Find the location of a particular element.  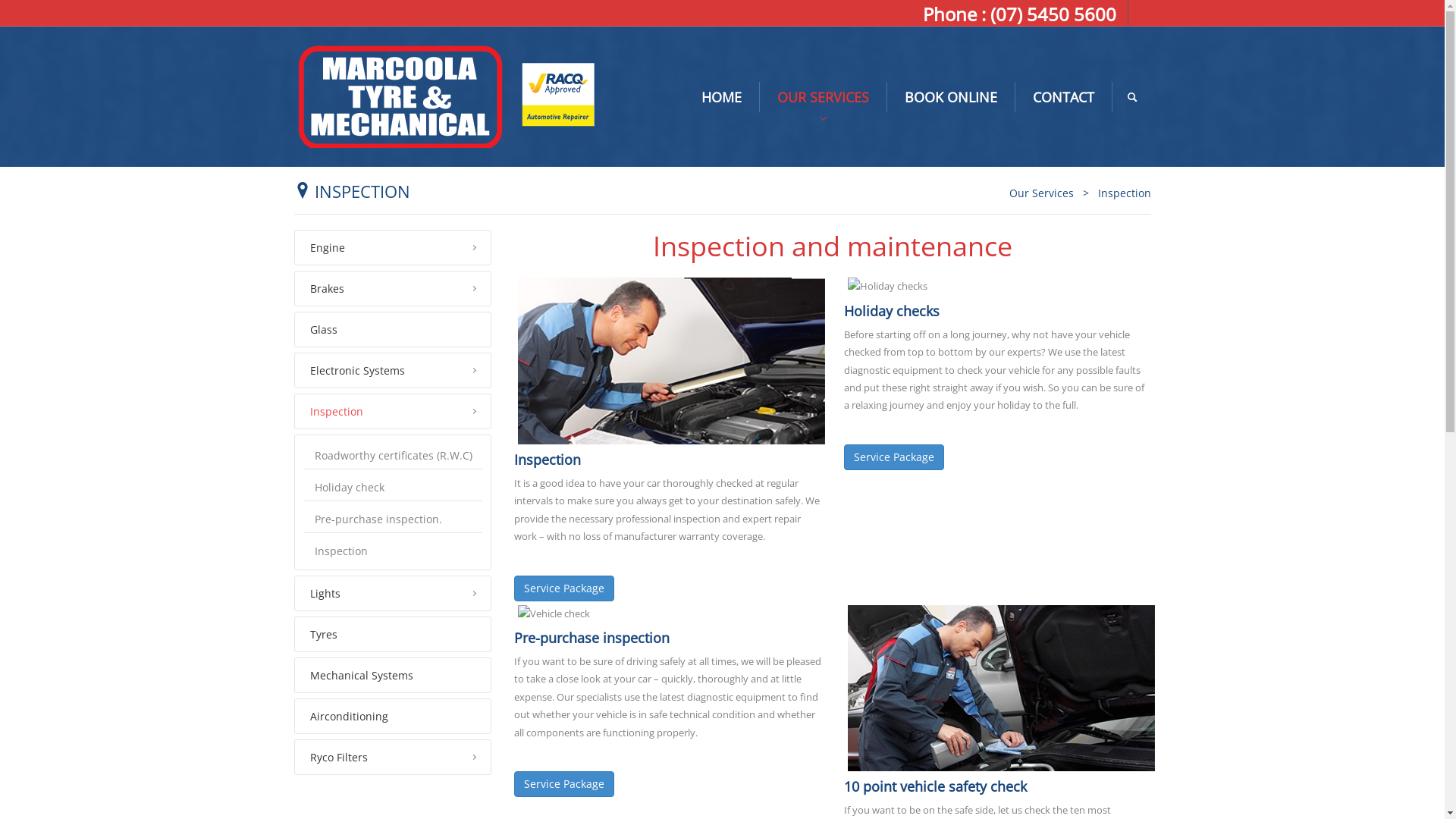

'BOOK ONLINE' is located at coordinates (950, 96).